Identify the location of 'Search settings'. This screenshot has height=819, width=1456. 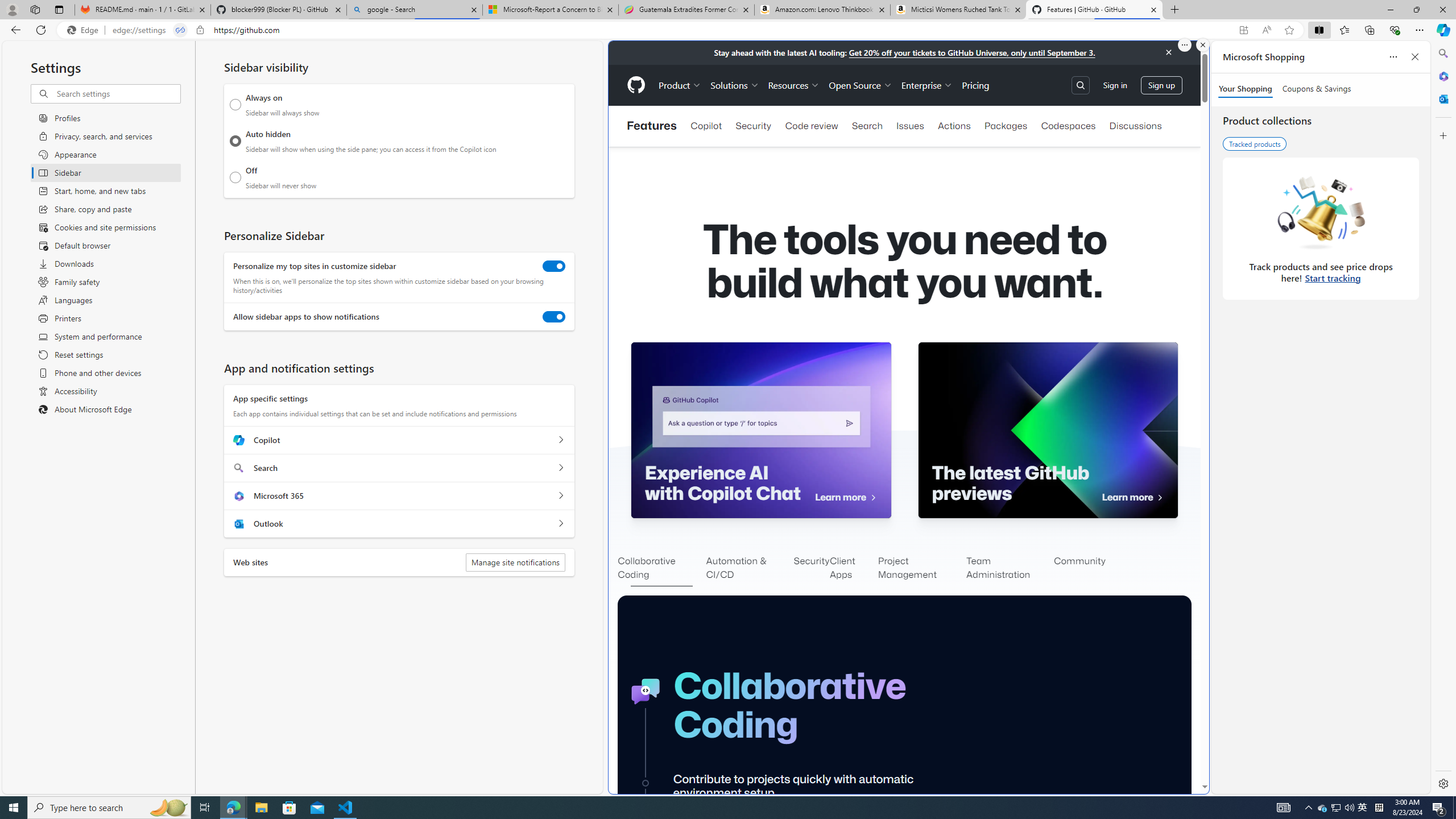
(118, 93).